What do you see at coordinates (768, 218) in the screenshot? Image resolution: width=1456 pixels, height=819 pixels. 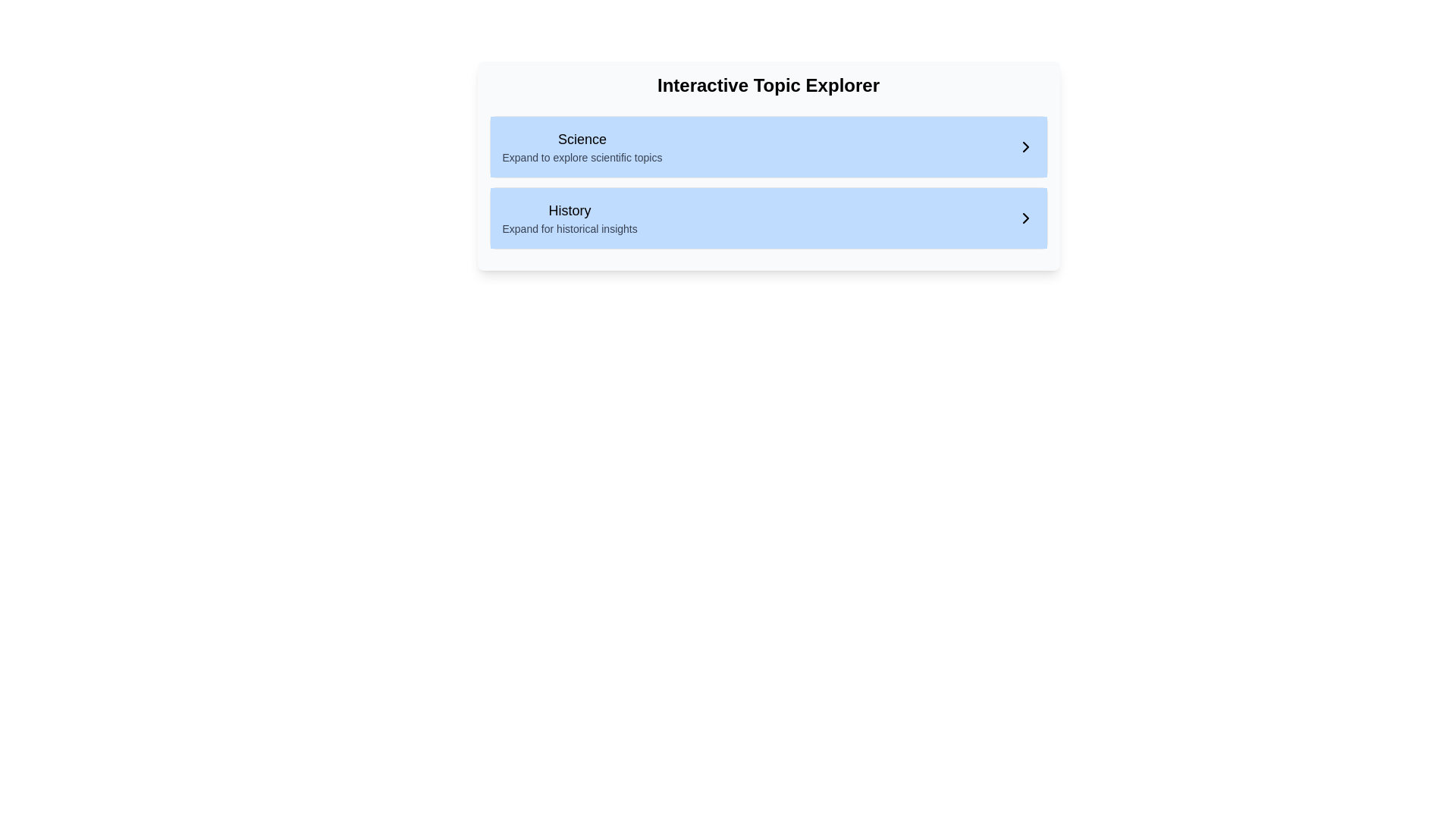 I see `the blue rectangular button labeled 'History'` at bounding box center [768, 218].